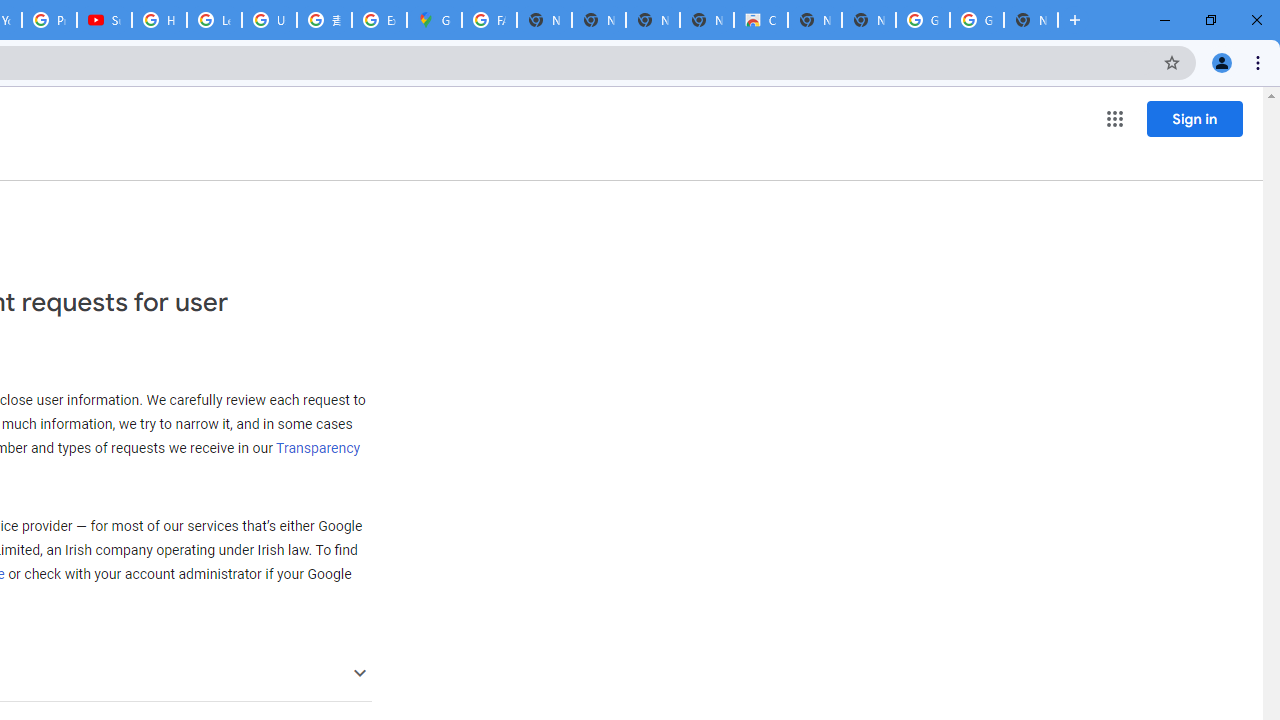 The image size is (1280, 720). I want to click on 'Google Maps', so click(433, 20).